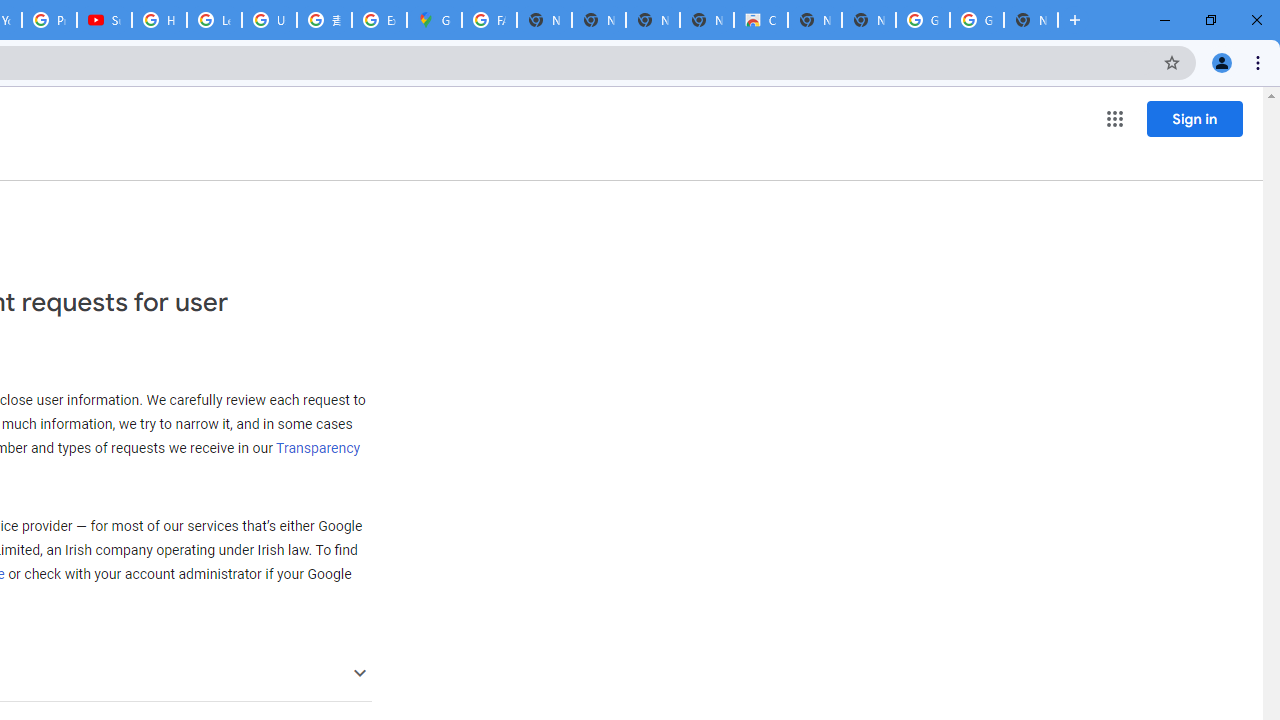 The image size is (1280, 720). I want to click on 'Google Maps', so click(433, 20).